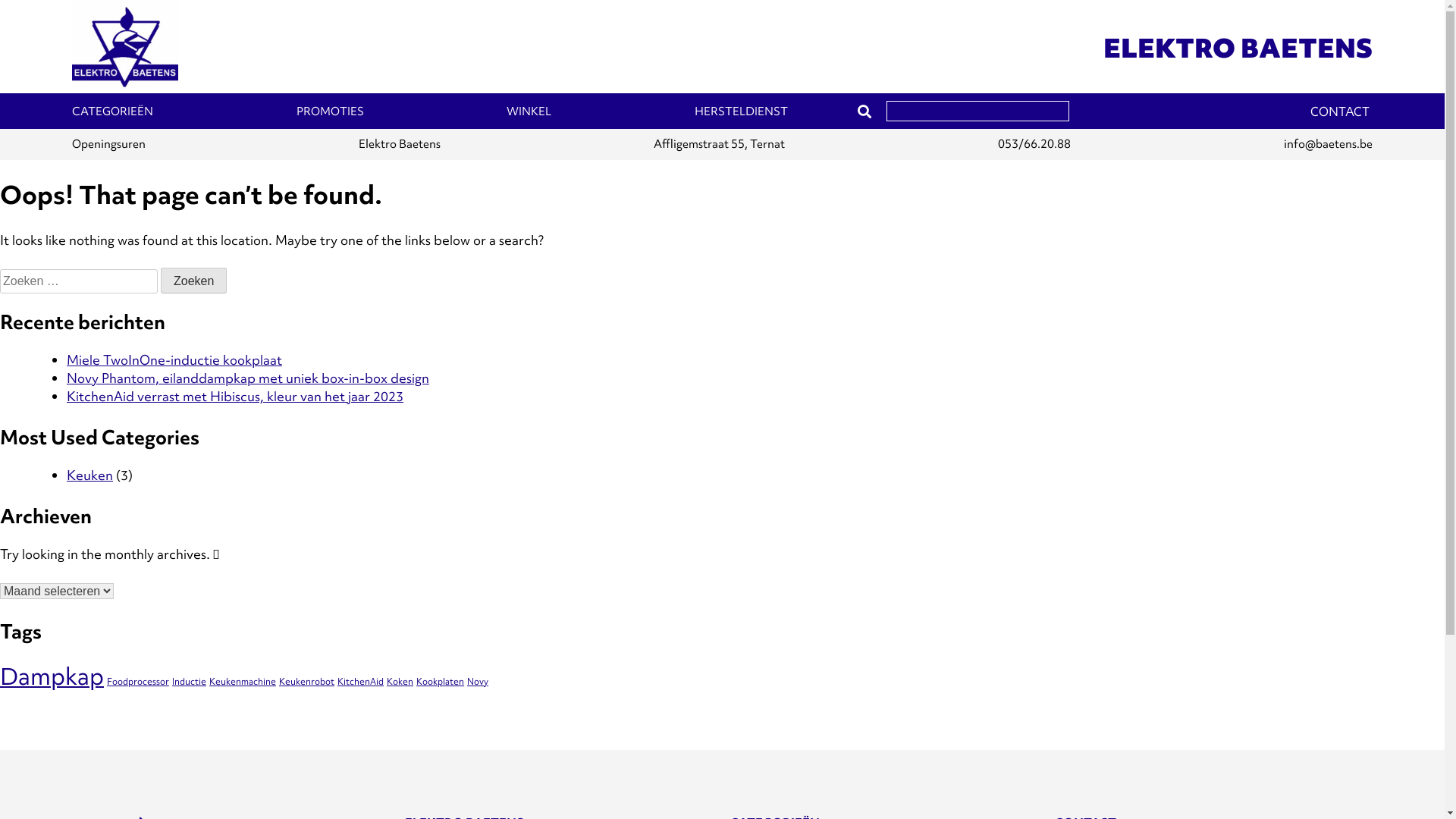  I want to click on '053/66.20.88', so click(1033, 144).